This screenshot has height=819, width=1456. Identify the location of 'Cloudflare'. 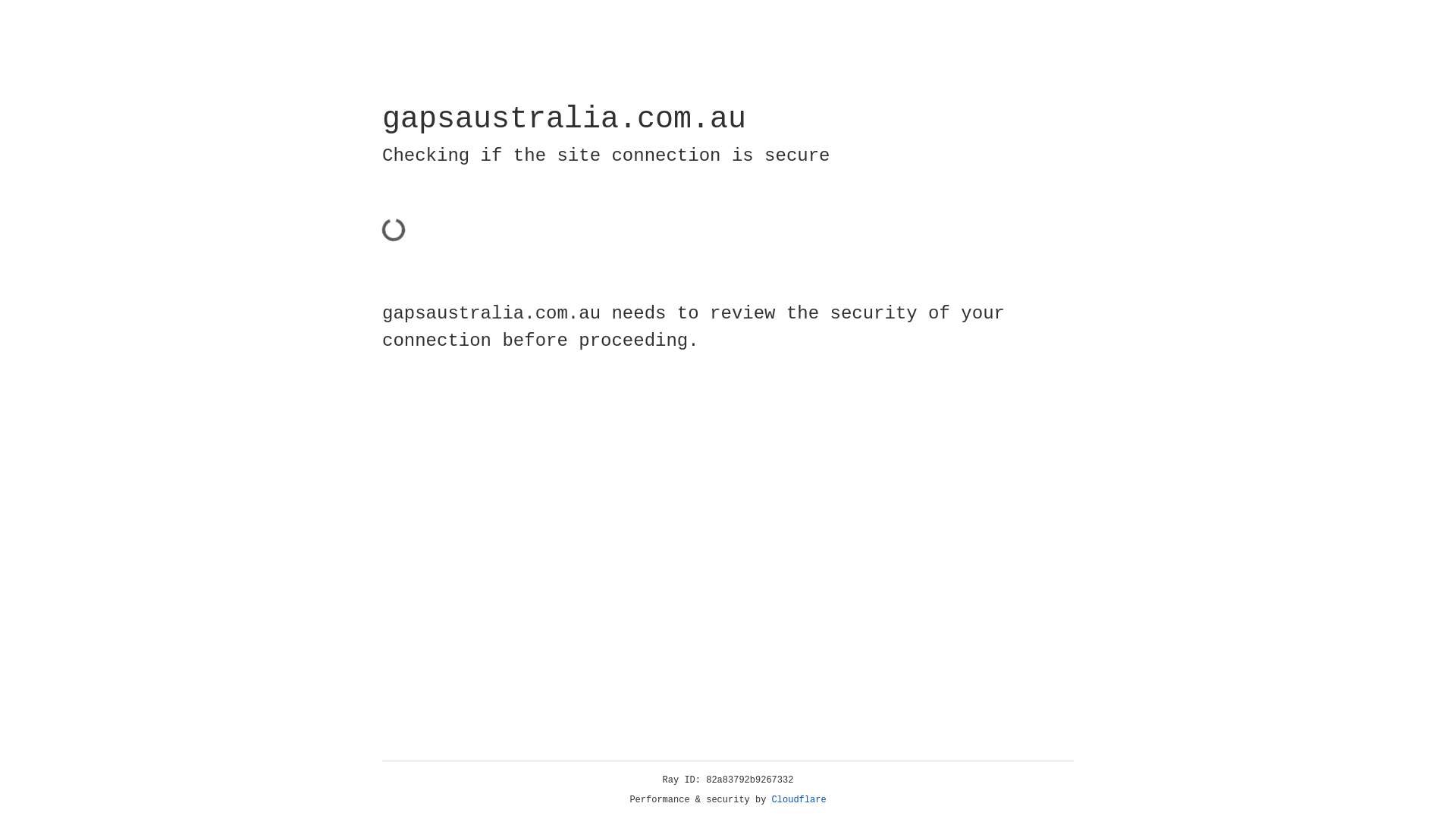
(799, 799).